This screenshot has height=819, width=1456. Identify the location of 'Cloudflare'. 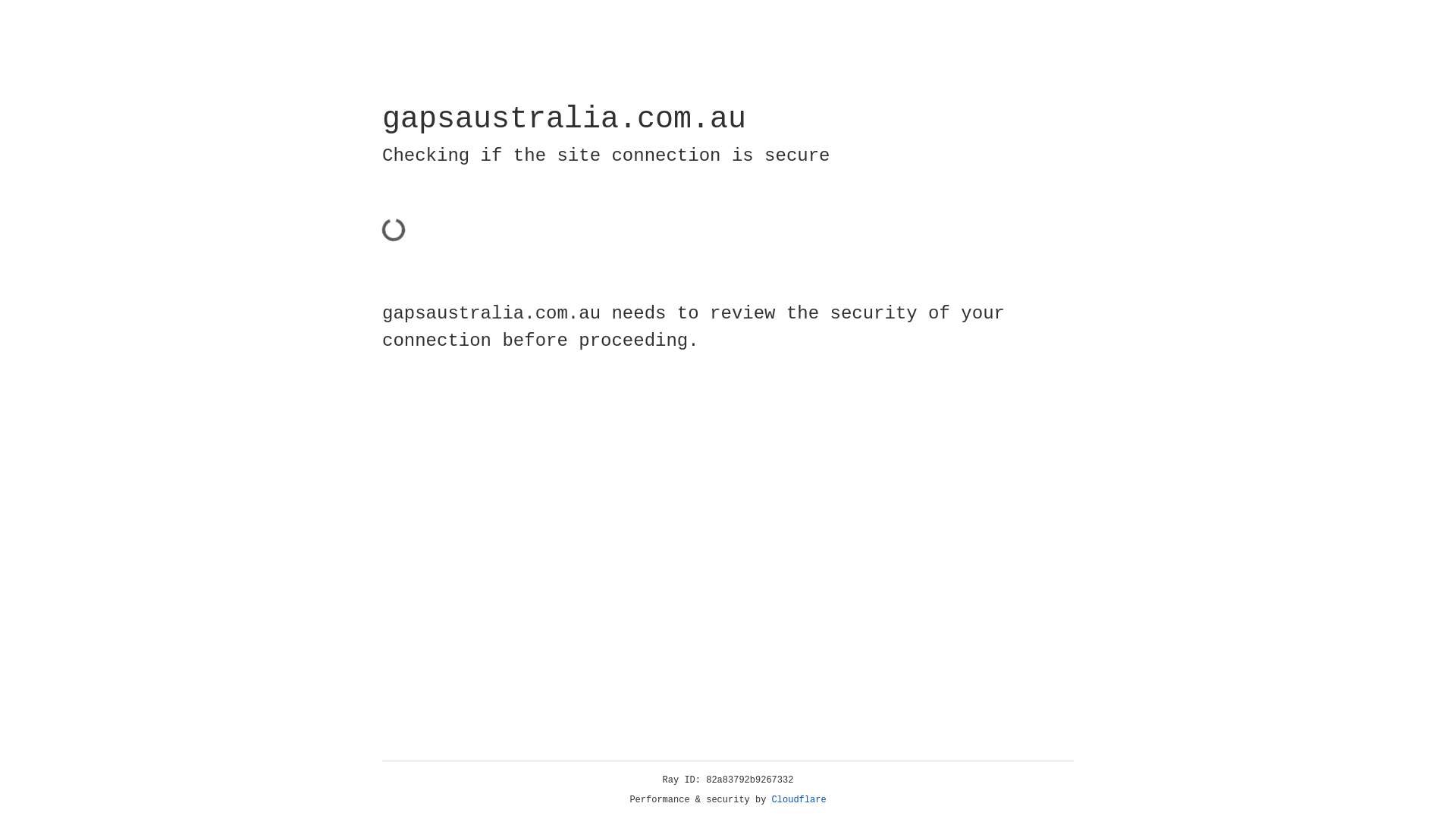
(799, 799).